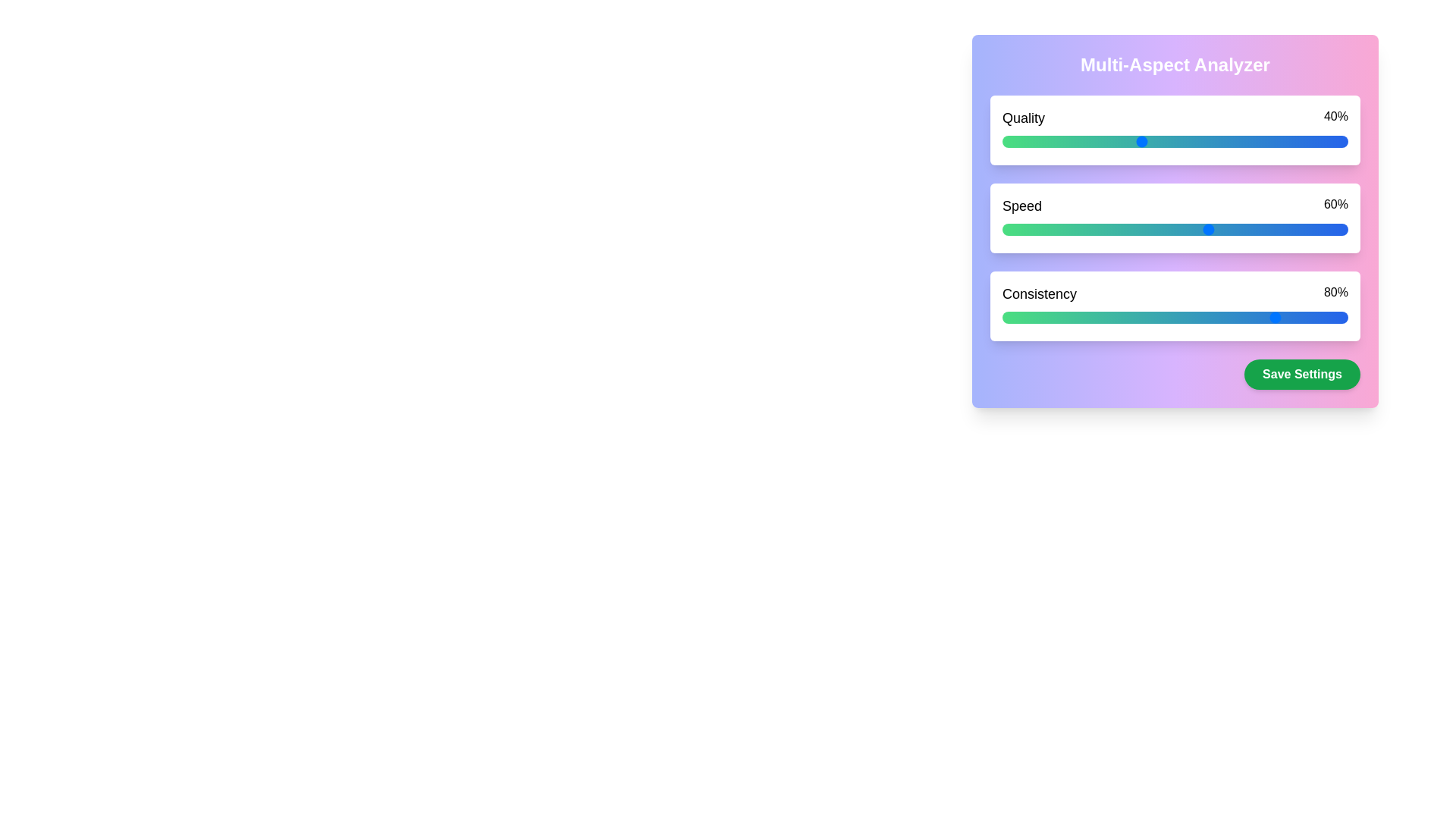 The height and width of the screenshot is (819, 1456). What do you see at coordinates (1164, 141) in the screenshot?
I see `quality` at bounding box center [1164, 141].